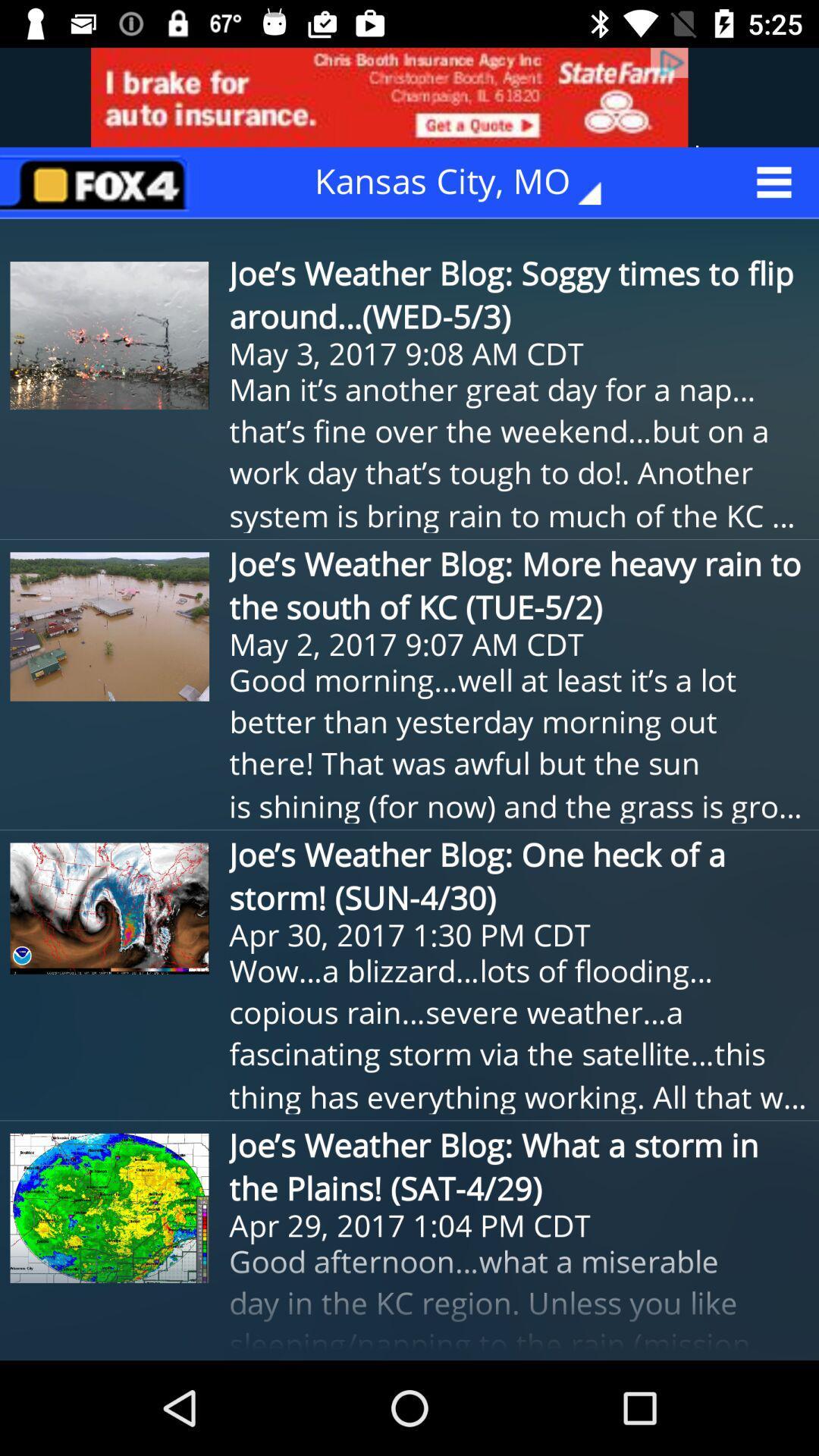  Describe the element at coordinates (409, 96) in the screenshot. I see `banner advertisement` at that location.